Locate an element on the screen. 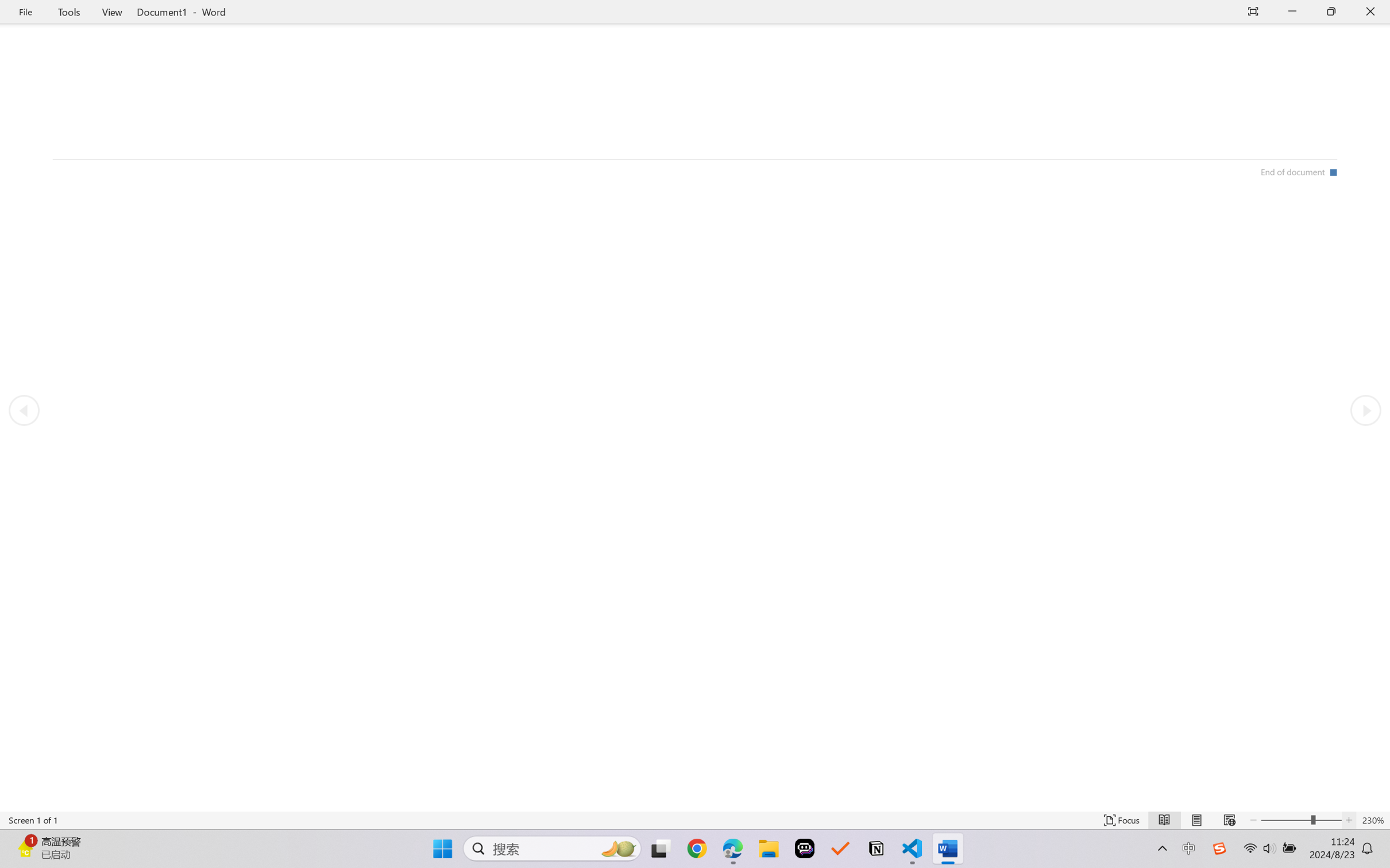 This screenshot has height=868, width=1390. 'Tools' is located at coordinates (69, 11).